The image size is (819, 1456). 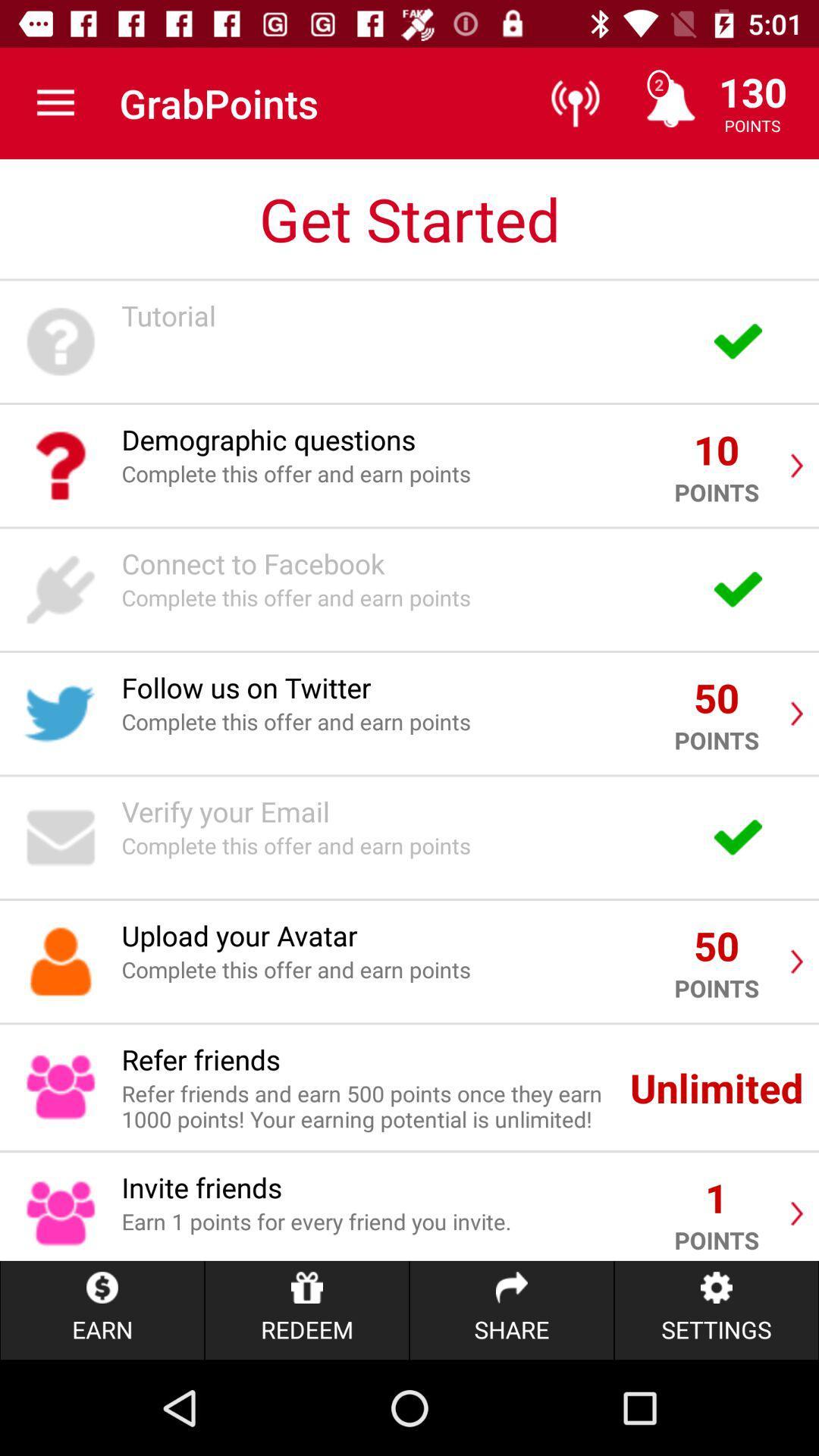 What do you see at coordinates (512, 1310) in the screenshot?
I see `the icon next to redeem` at bounding box center [512, 1310].